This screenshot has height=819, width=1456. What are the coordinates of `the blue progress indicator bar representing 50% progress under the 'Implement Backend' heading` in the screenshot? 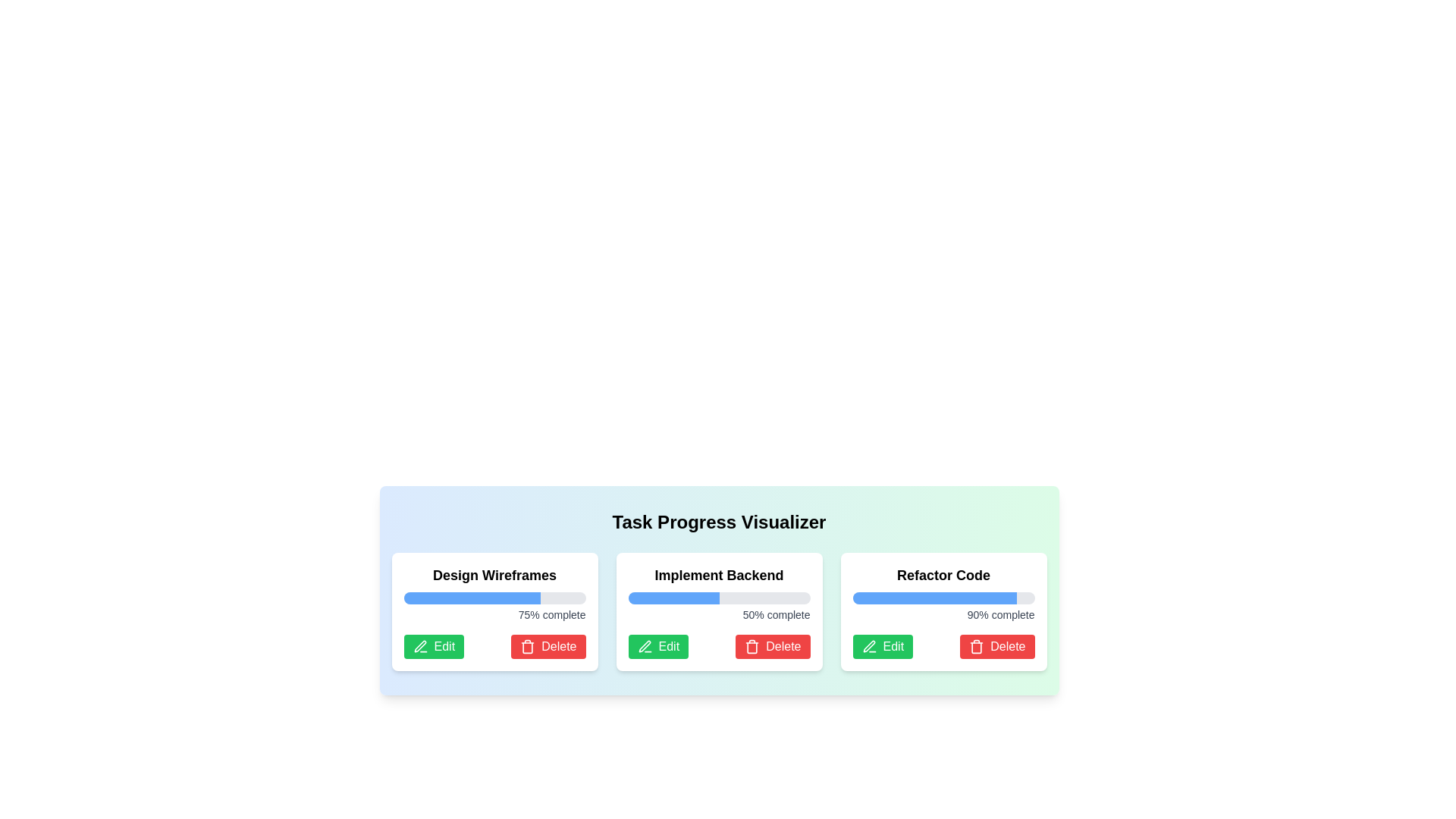 It's located at (673, 598).